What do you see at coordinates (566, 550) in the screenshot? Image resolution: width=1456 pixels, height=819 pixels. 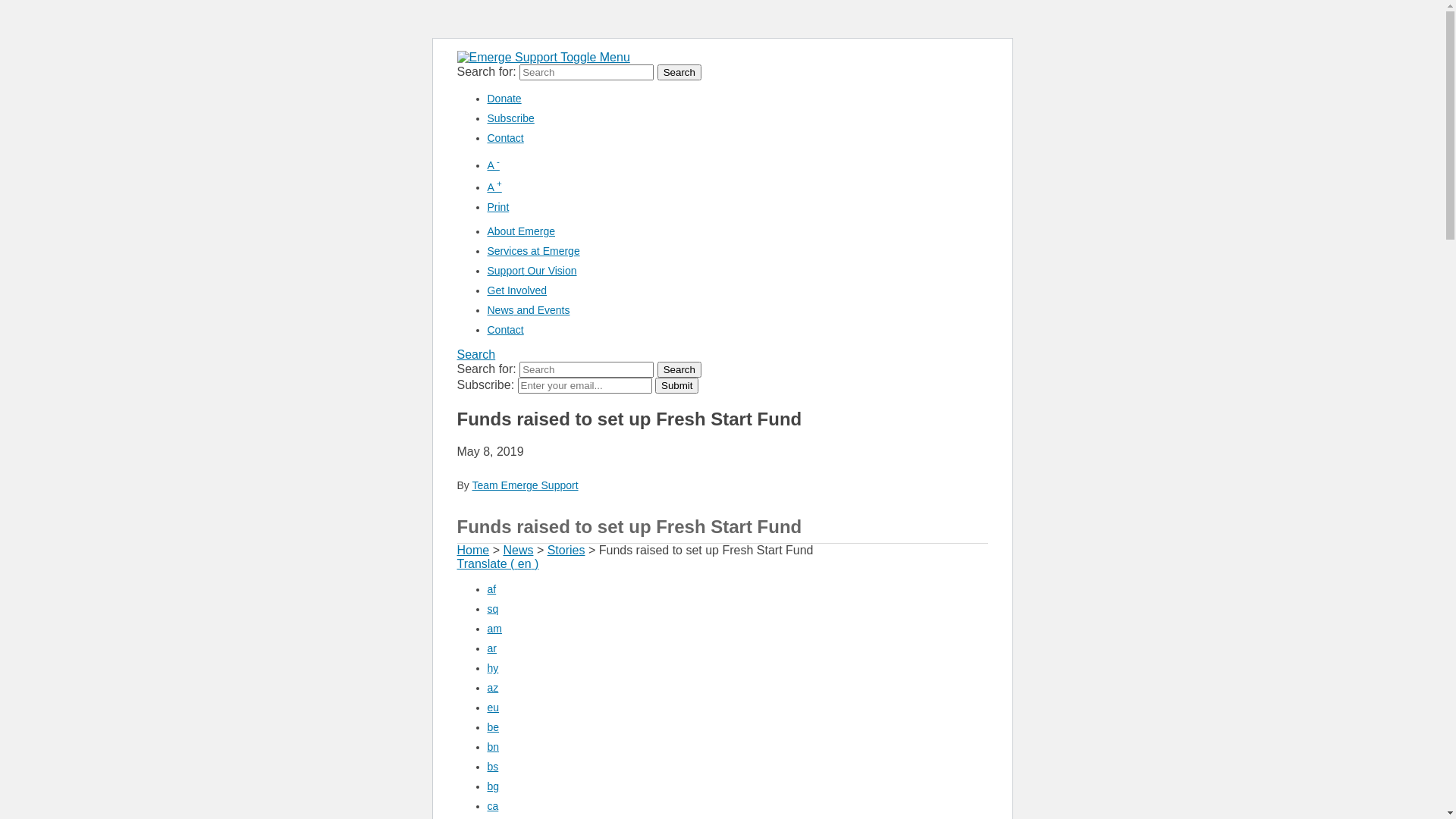 I see `'Stories'` at bounding box center [566, 550].